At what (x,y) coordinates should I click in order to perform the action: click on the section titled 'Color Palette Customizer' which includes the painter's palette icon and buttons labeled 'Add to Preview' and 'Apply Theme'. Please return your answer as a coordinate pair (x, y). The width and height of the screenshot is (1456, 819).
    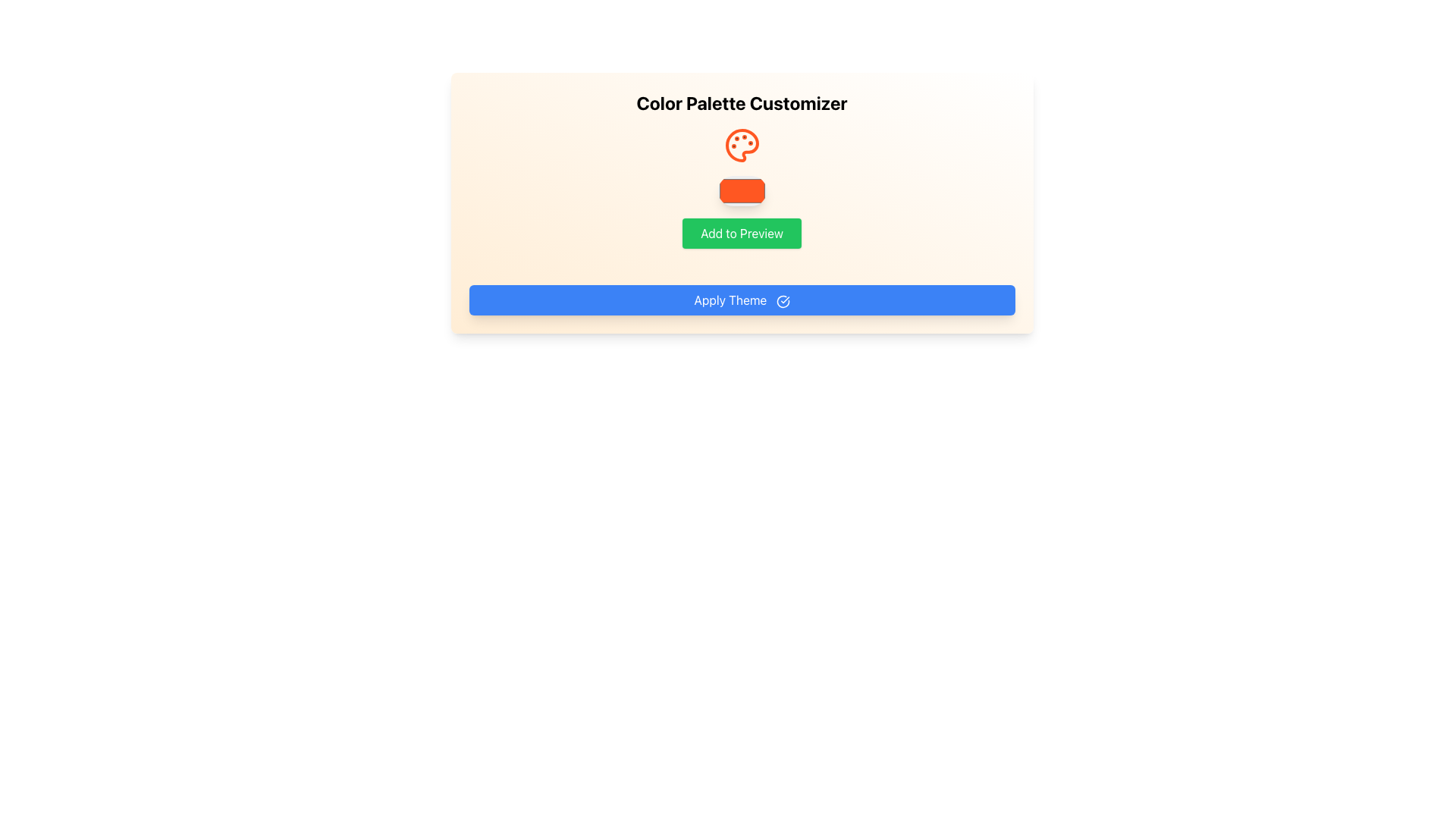
    Looking at the image, I should click on (742, 202).